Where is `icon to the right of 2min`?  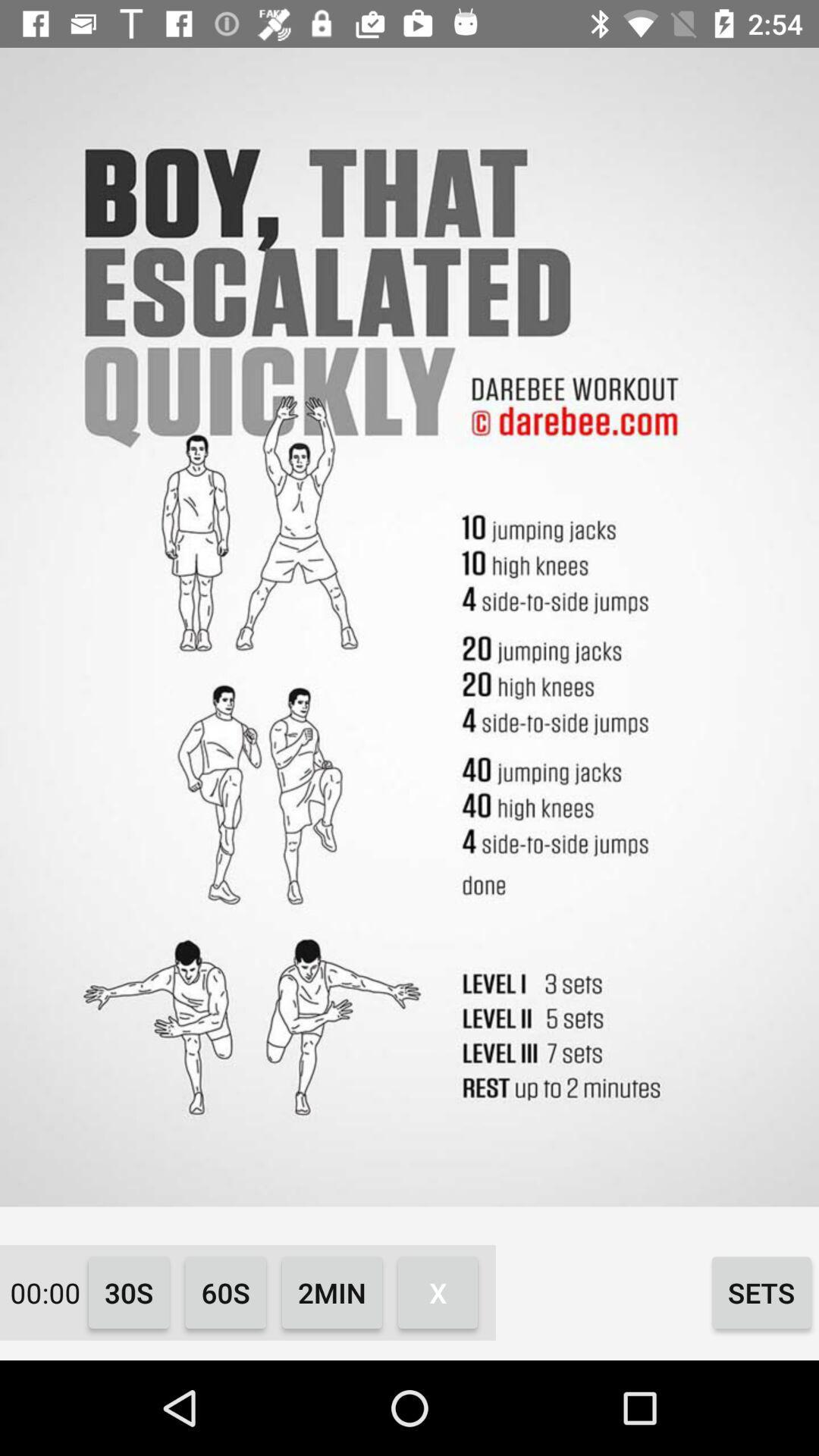
icon to the right of 2min is located at coordinates (438, 1291).